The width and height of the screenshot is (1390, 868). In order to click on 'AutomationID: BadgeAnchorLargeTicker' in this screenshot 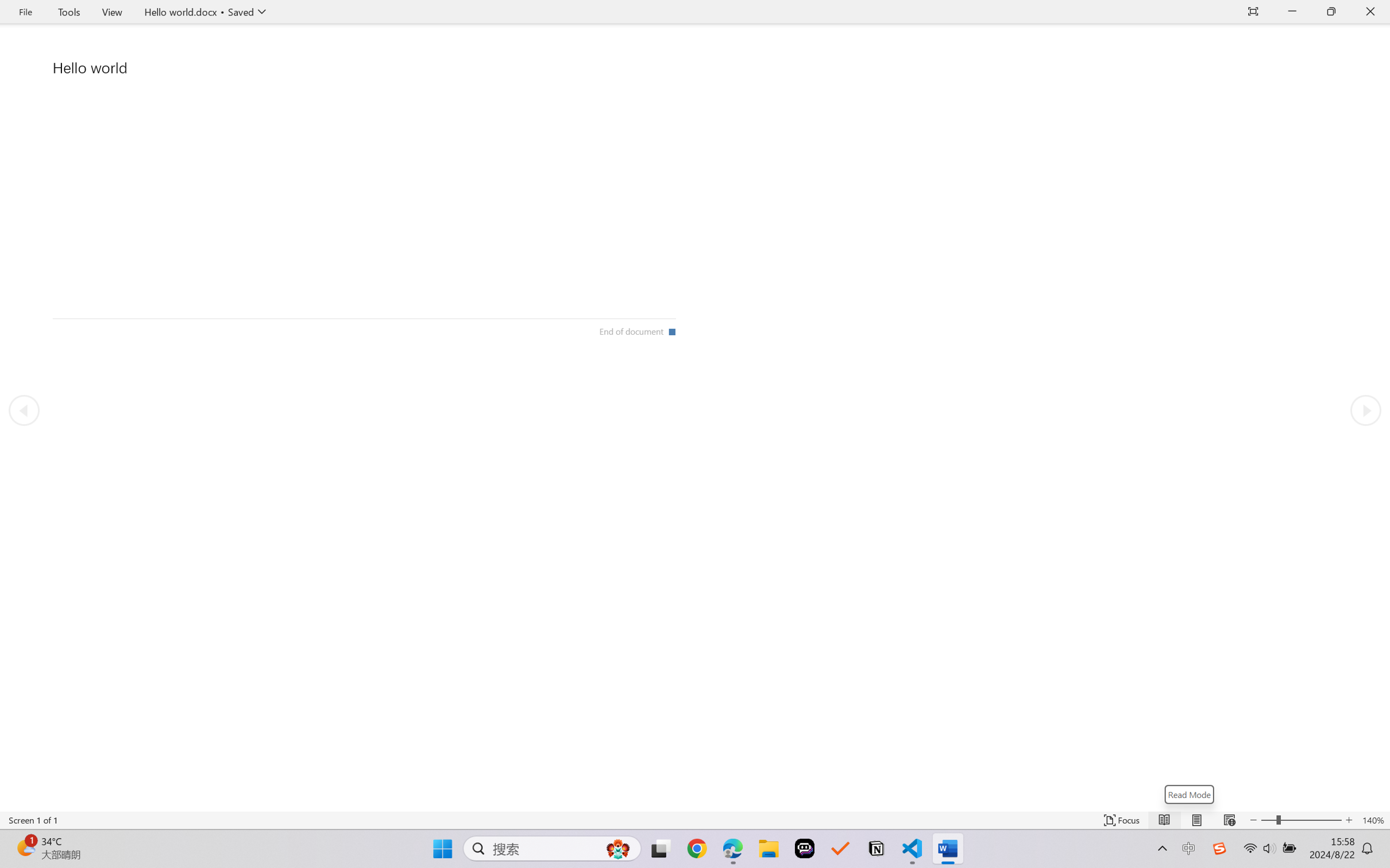, I will do `click(25, 847)`.